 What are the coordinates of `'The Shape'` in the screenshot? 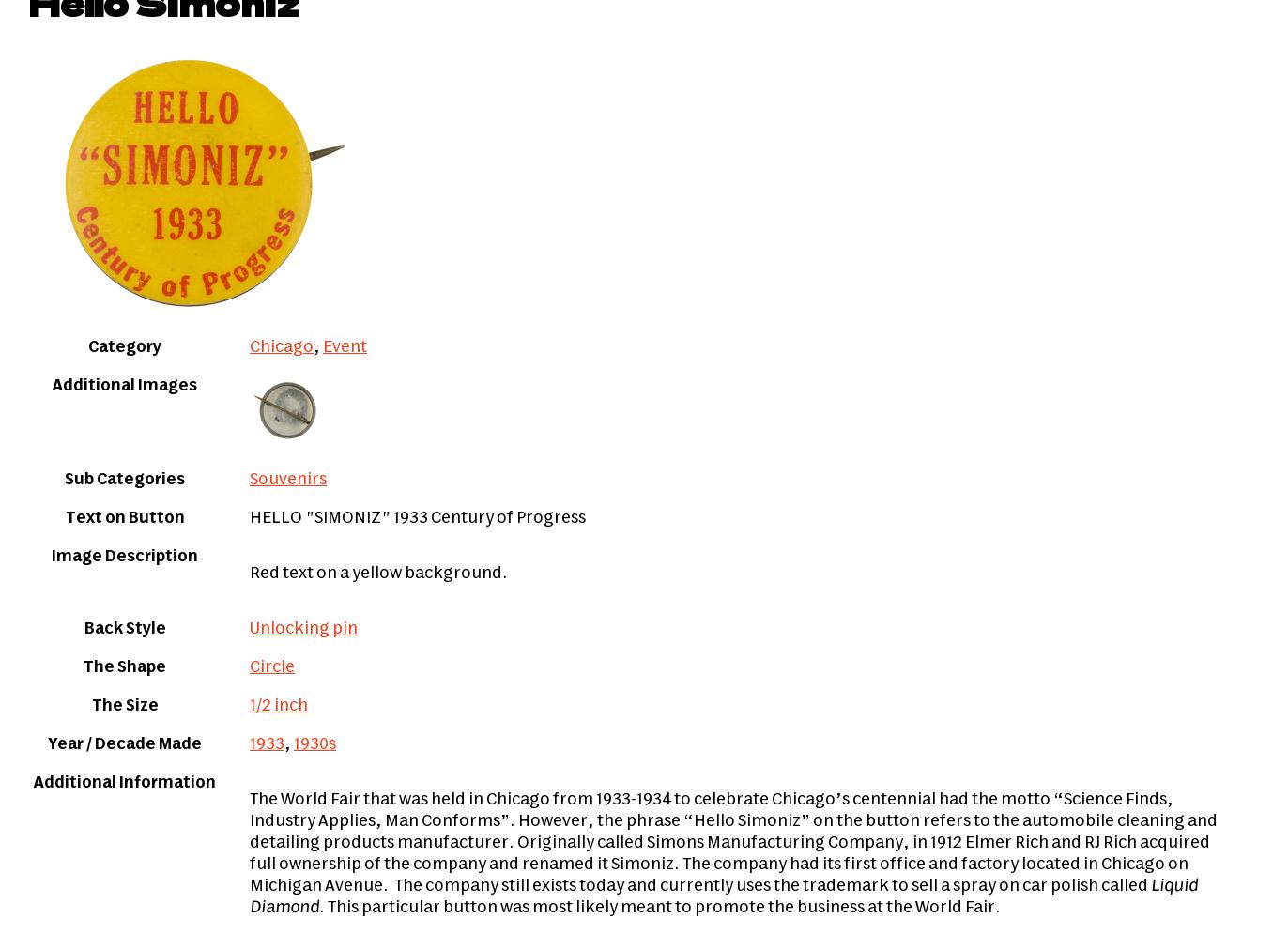 It's located at (124, 667).